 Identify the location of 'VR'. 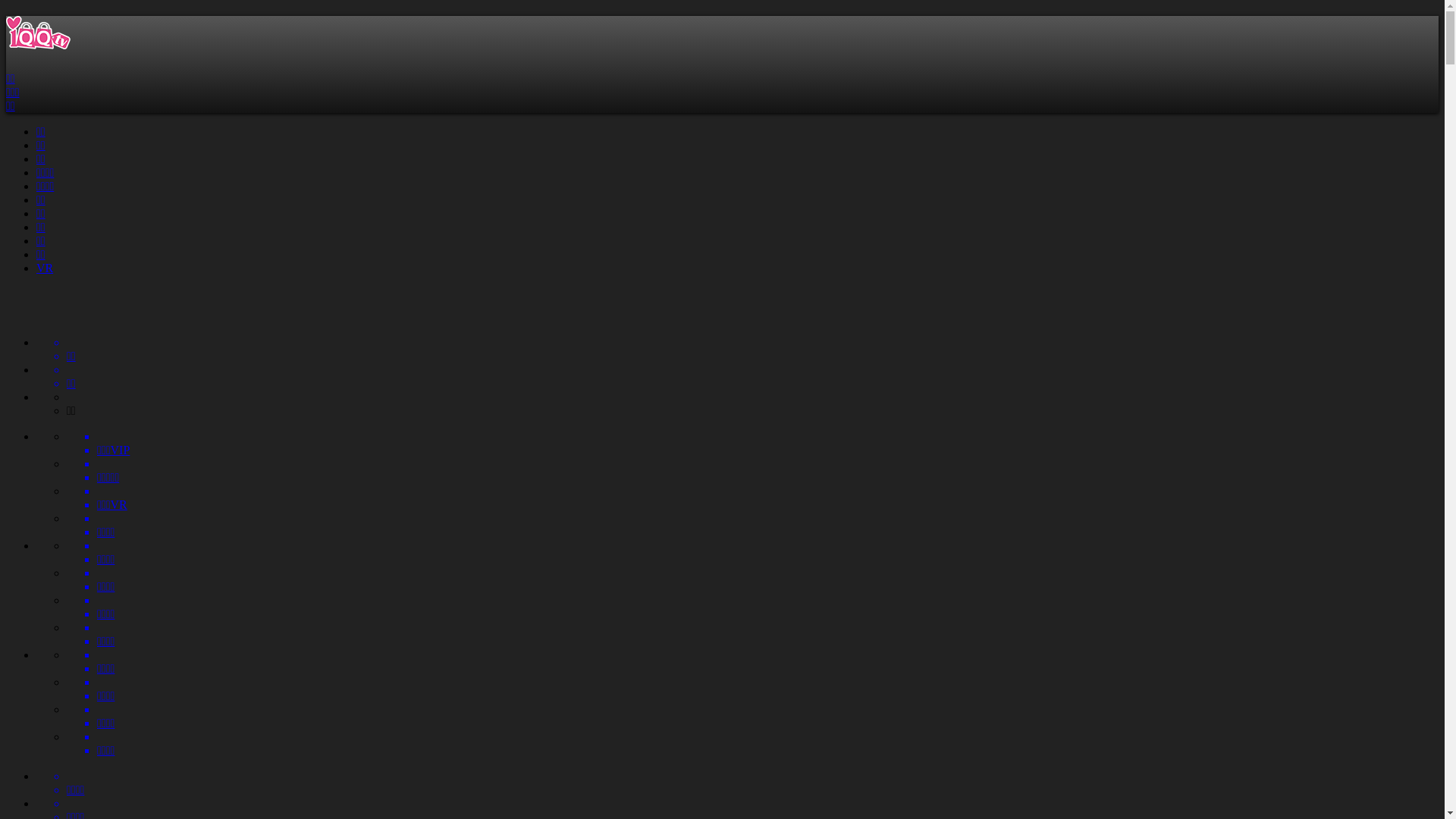
(44, 267).